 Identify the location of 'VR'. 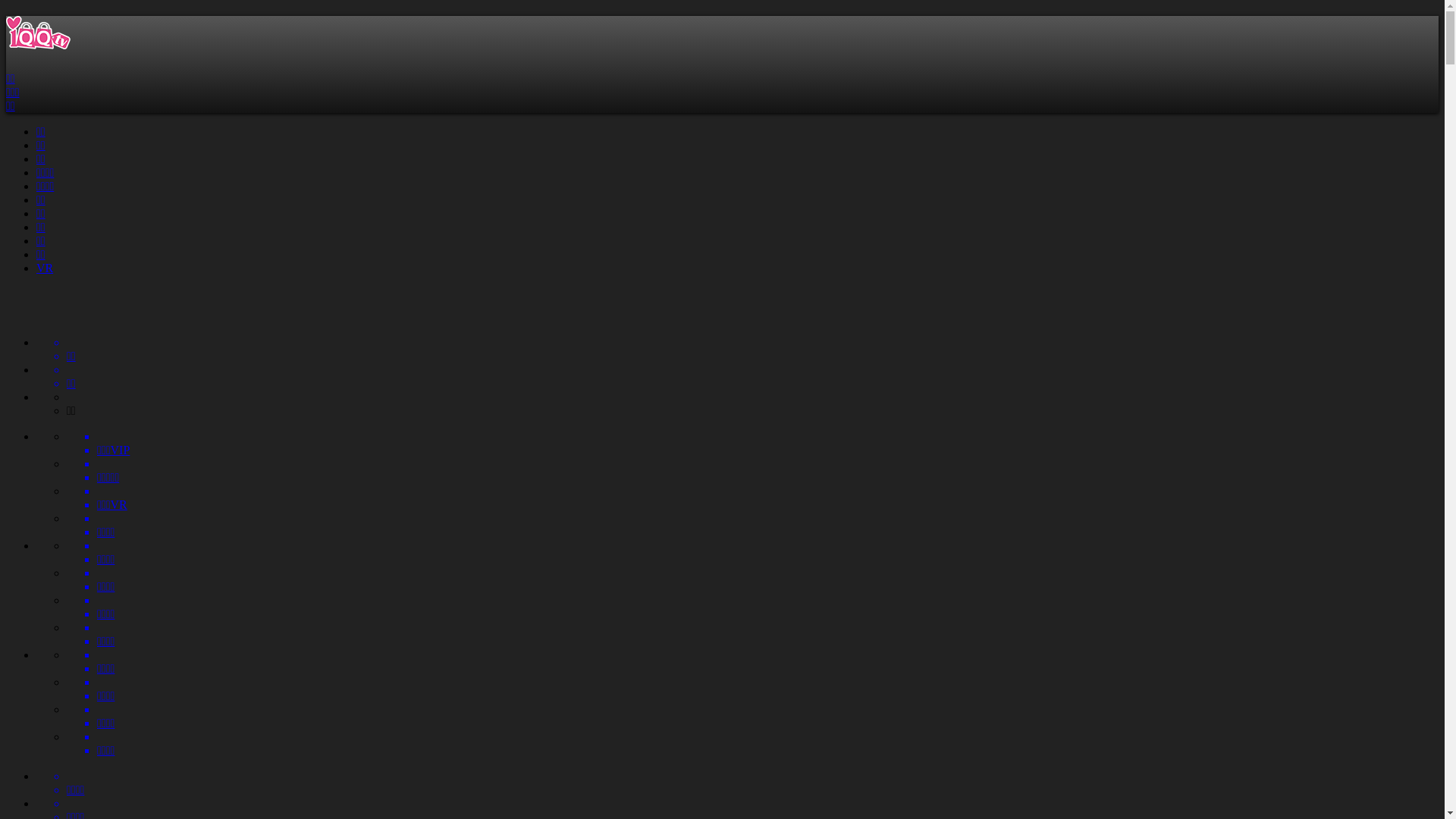
(44, 267).